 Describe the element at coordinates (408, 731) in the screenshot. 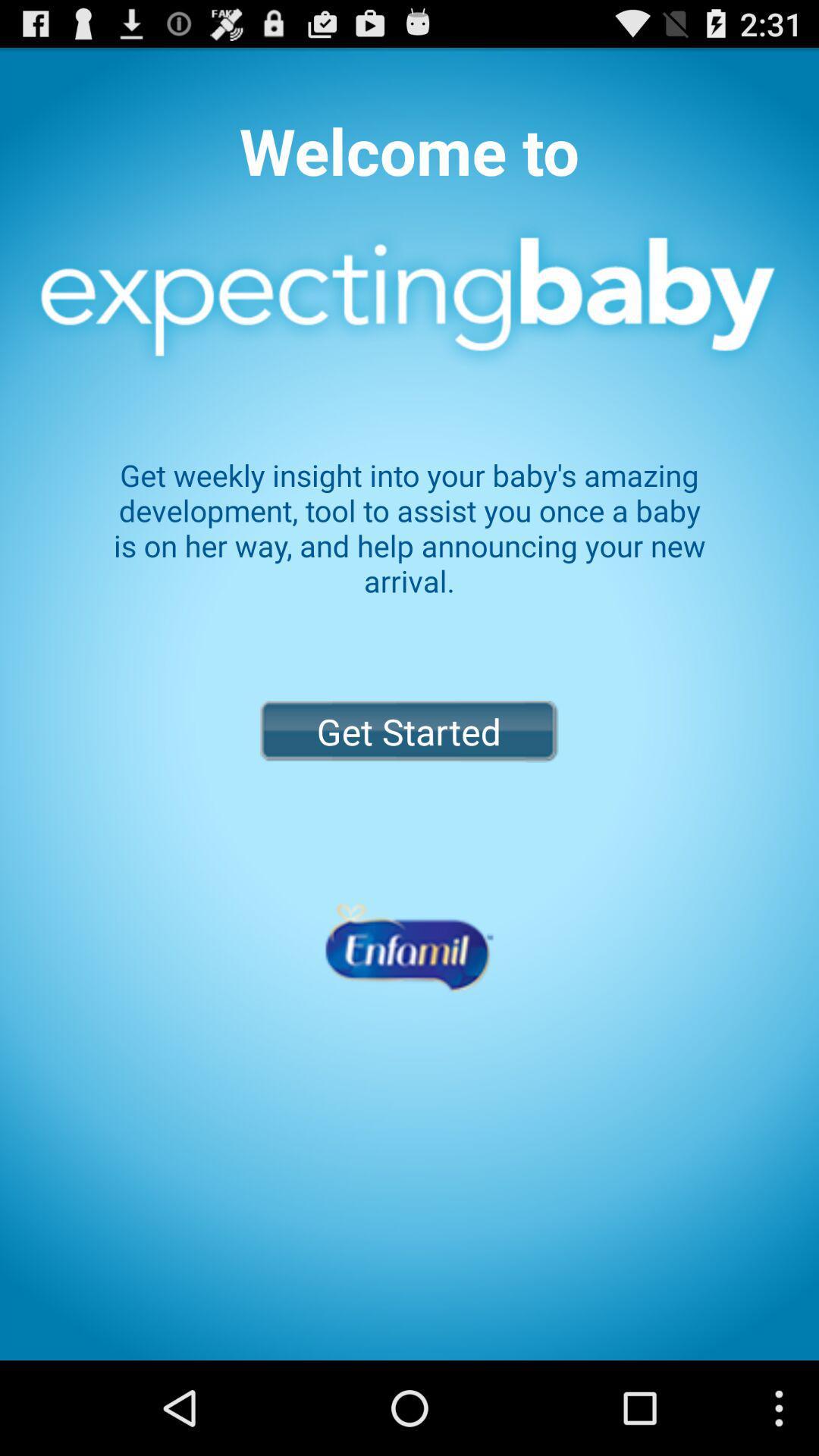

I see `item below get weekly insight icon` at that location.